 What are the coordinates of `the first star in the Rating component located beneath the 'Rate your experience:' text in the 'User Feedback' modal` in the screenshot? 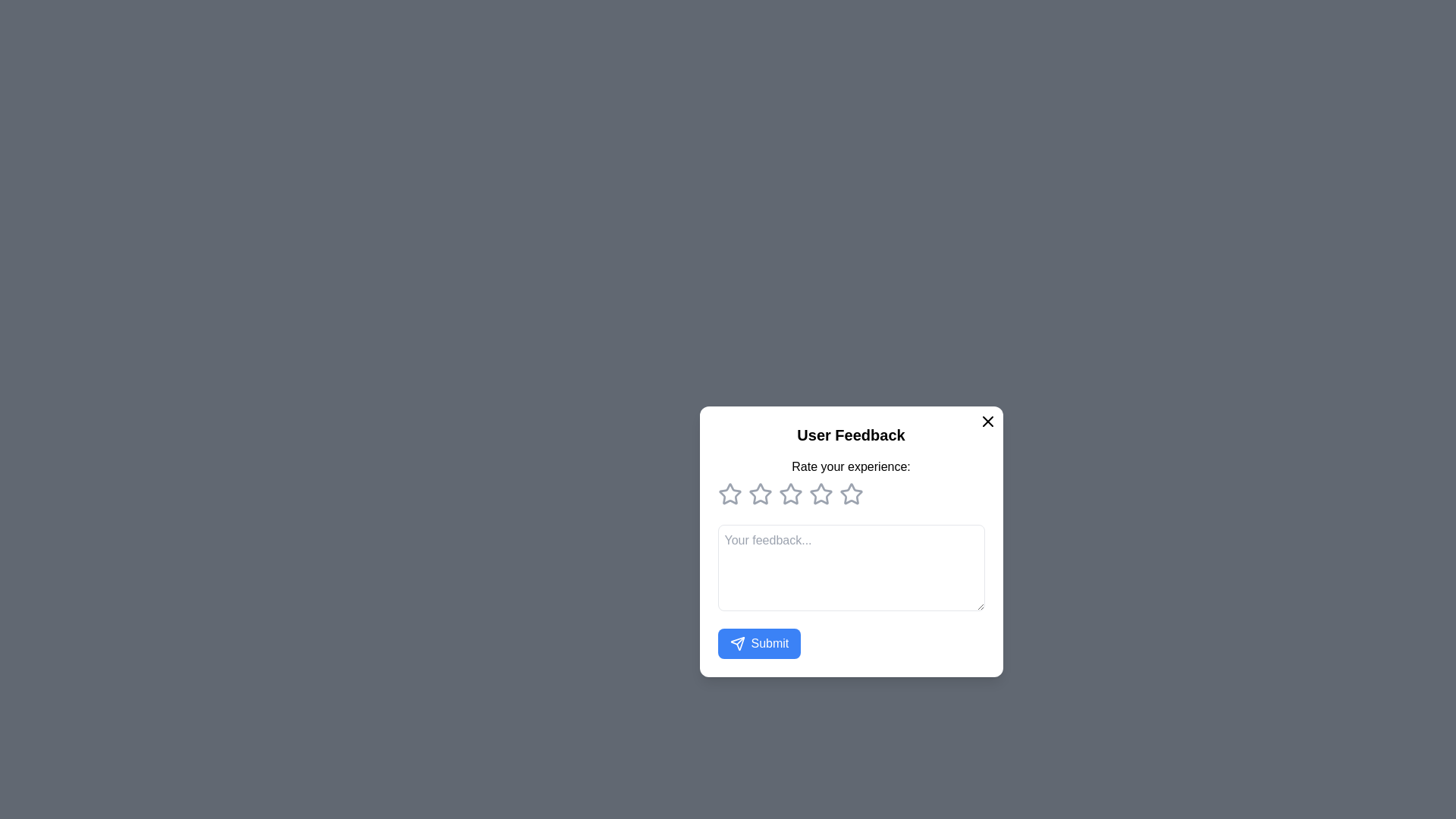 It's located at (851, 494).